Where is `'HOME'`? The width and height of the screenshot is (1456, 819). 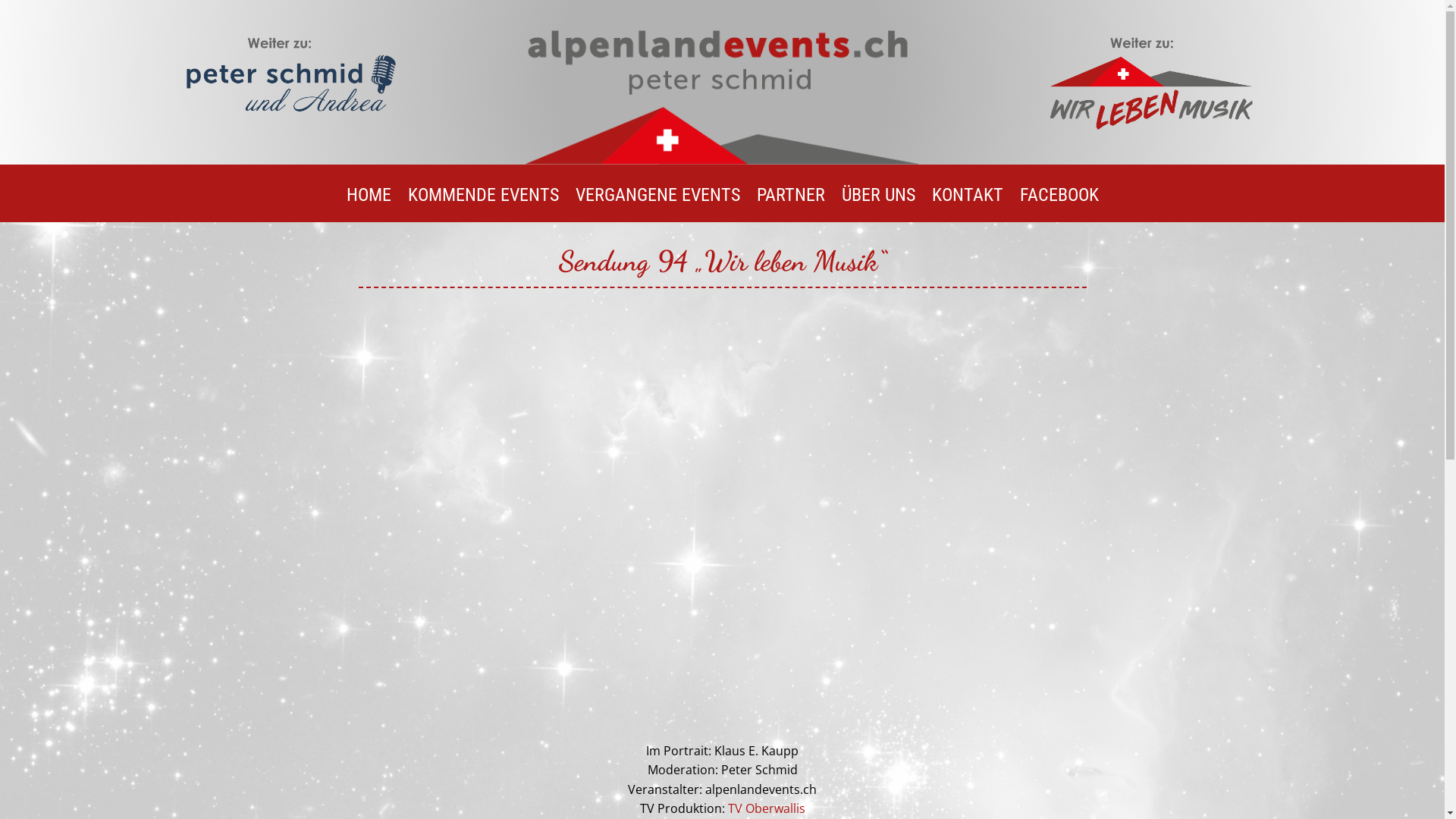 'HOME' is located at coordinates (368, 206).